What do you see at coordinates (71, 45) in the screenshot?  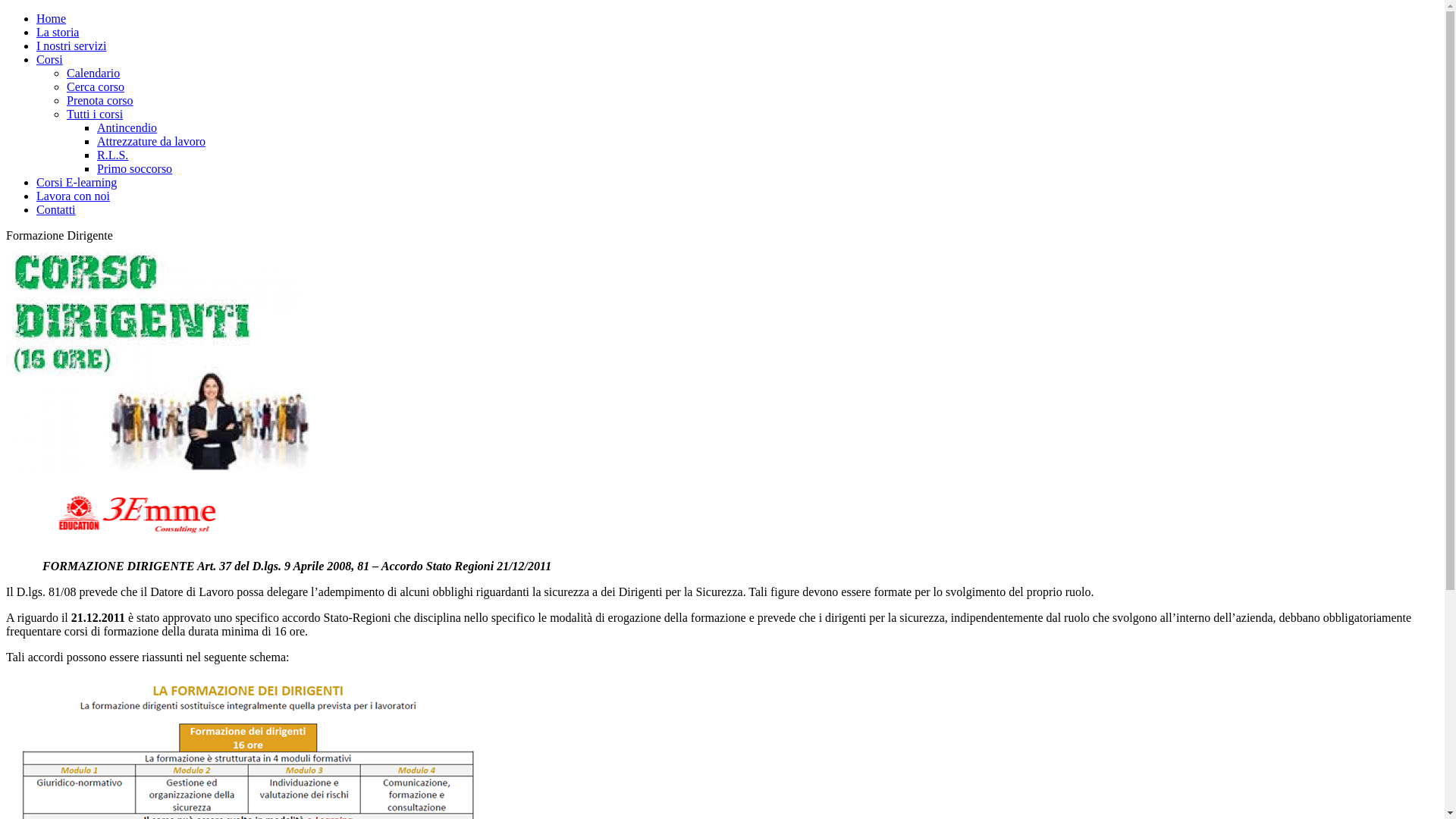 I see `'I nostri servizi'` at bounding box center [71, 45].